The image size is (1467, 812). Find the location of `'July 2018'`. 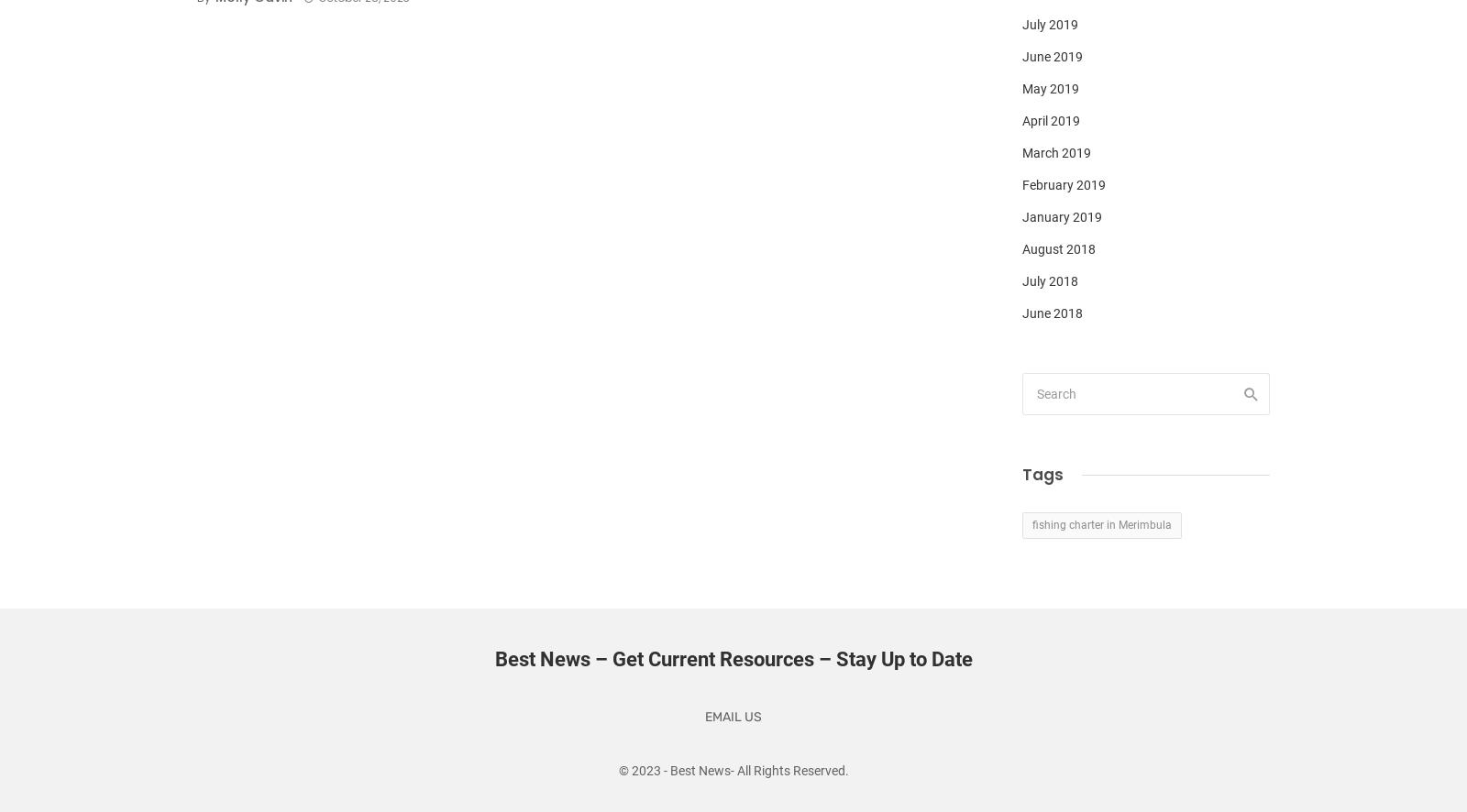

'July 2018' is located at coordinates (1050, 280).